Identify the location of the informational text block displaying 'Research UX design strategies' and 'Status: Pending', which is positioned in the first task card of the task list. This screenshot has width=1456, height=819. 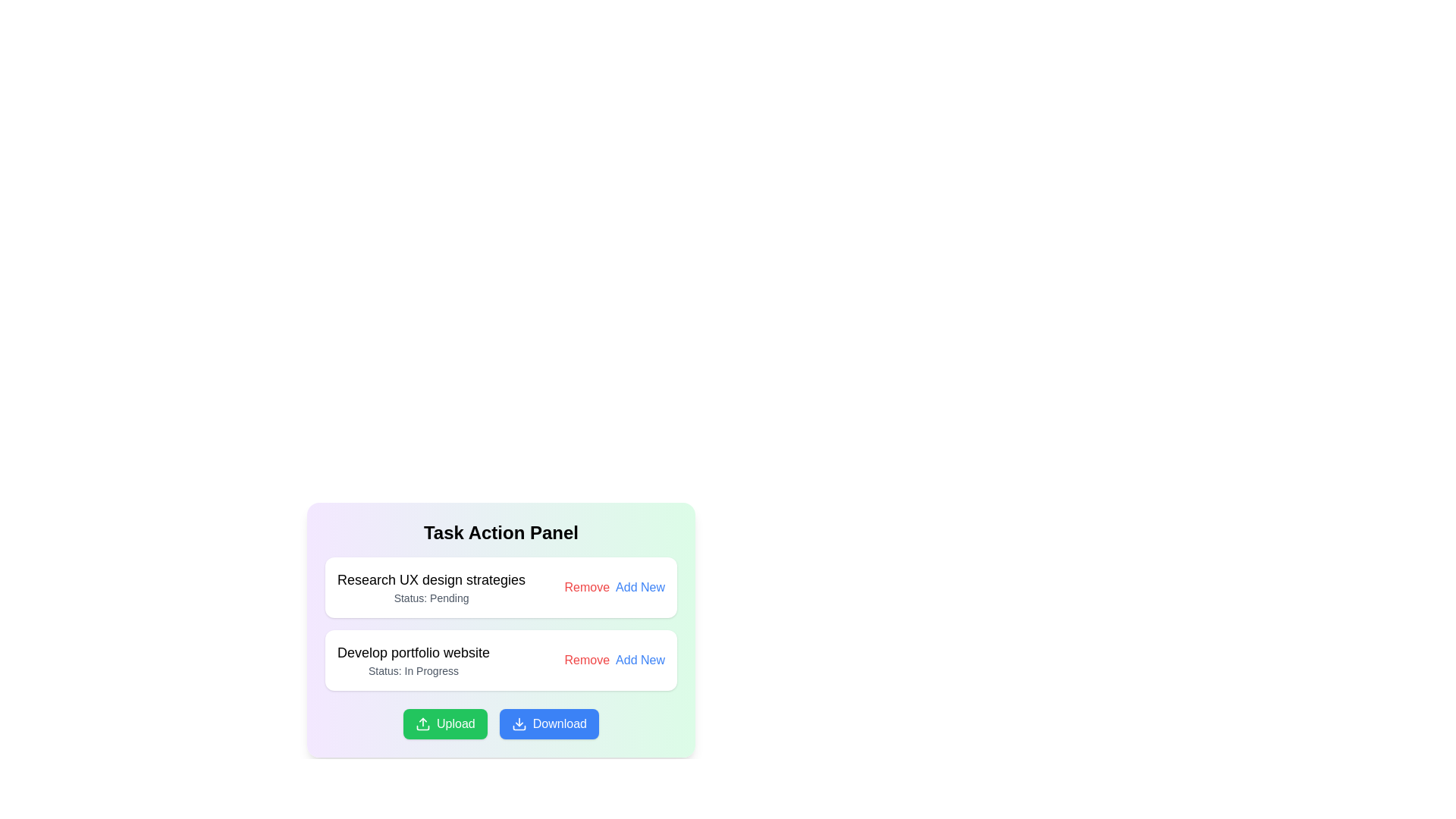
(431, 587).